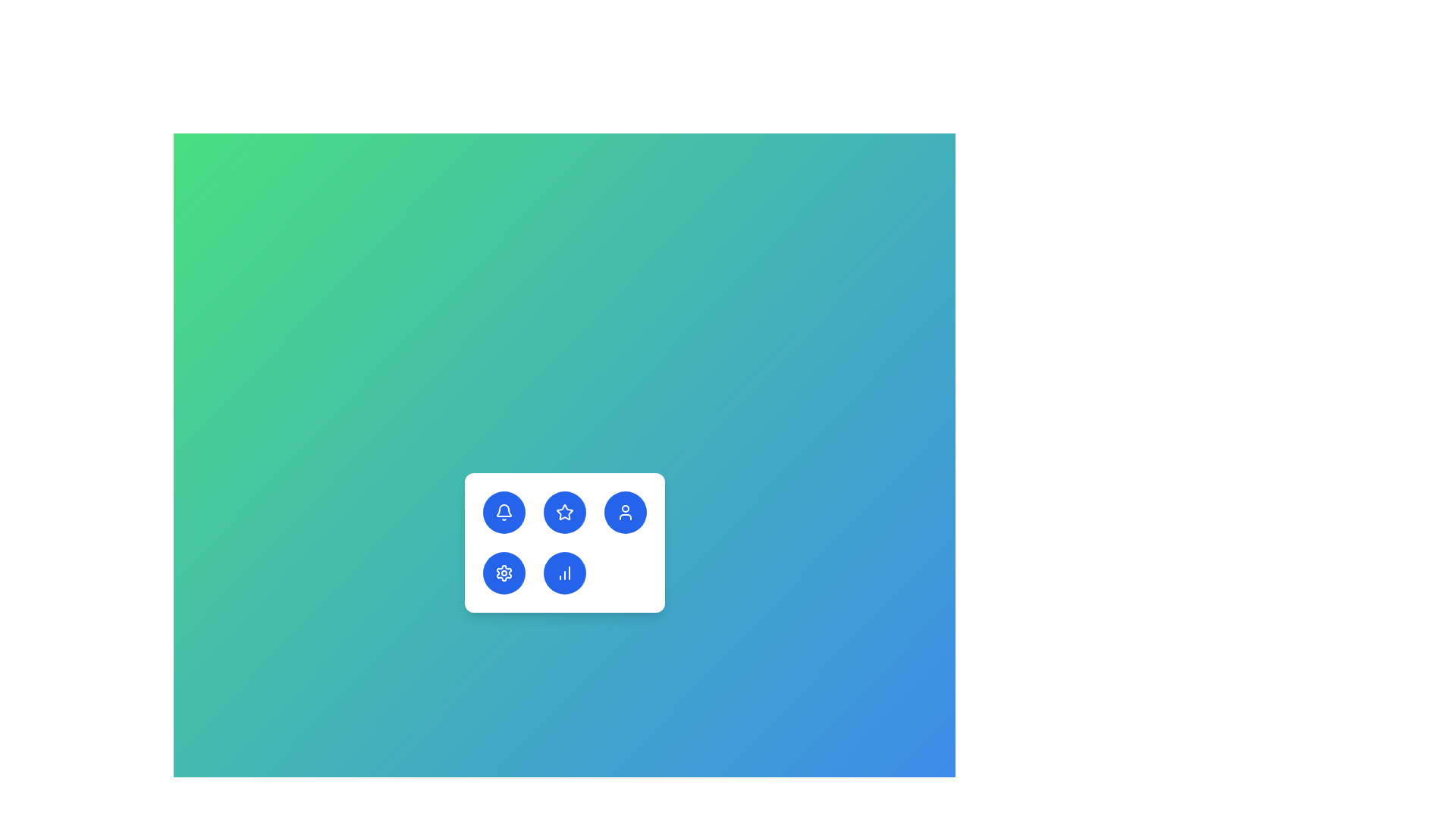 The image size is (1456, 819). What do you see at coordinates (504, 512) in the screenshot?
I see `the bell icon, which is a white bell styled within a circular blue button located at the top-left corner of a 2x3 grid of buttons` at bounding box center [504, 512].